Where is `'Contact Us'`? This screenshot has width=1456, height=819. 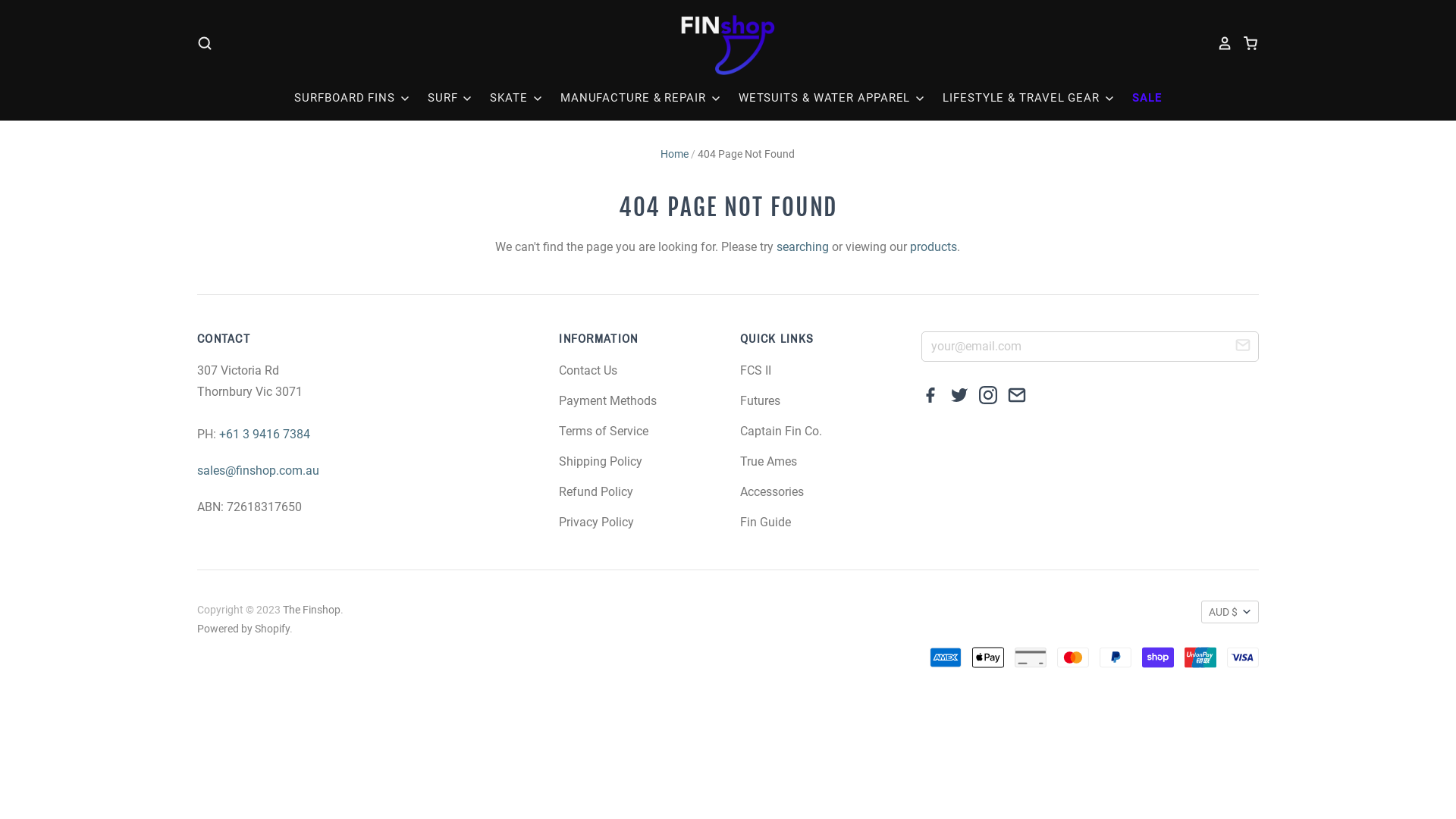 'Contact Us' is located at coordinates (587, 370).